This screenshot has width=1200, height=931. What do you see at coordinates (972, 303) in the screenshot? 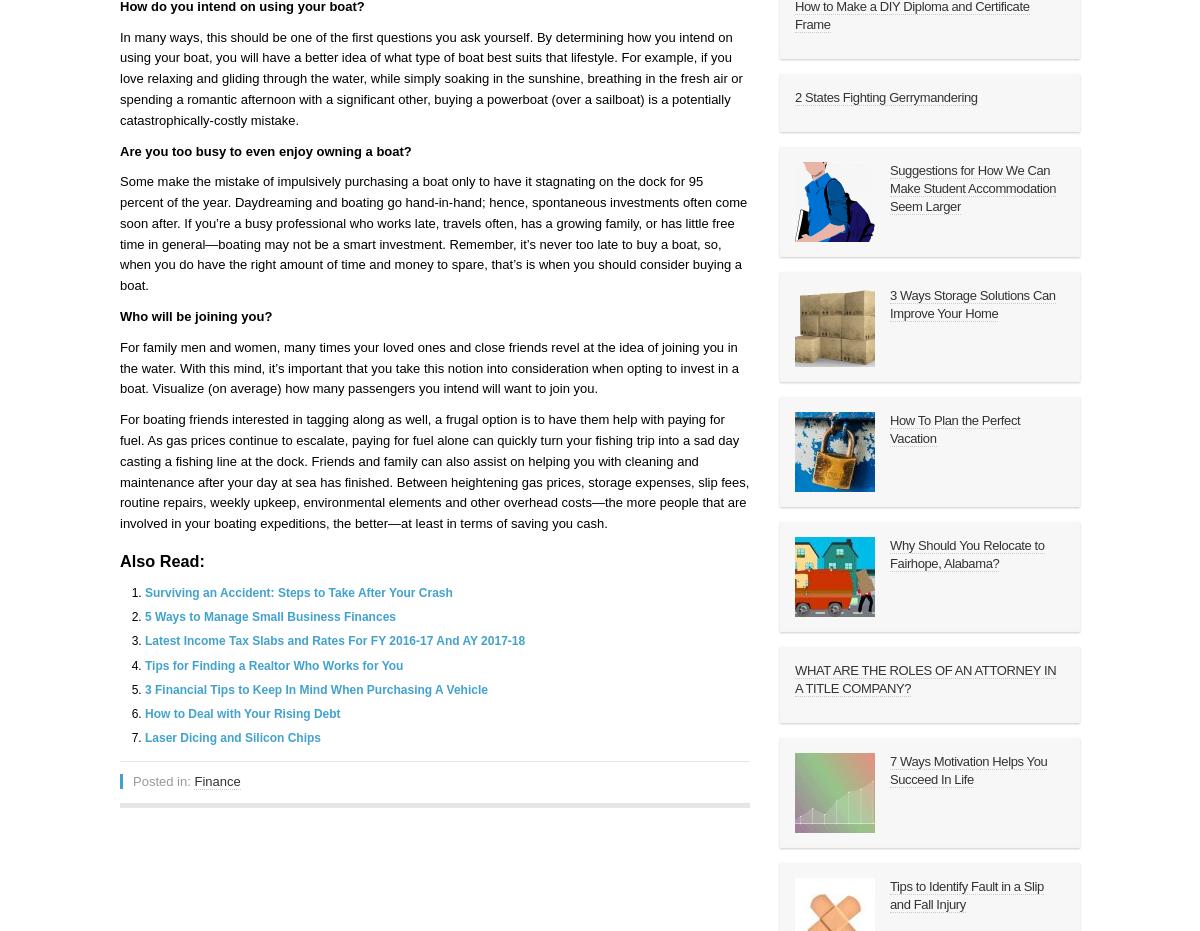
I see `'3 Ways Storage Solutions Can Improve Your Home'` at bounding box center [972, 303].